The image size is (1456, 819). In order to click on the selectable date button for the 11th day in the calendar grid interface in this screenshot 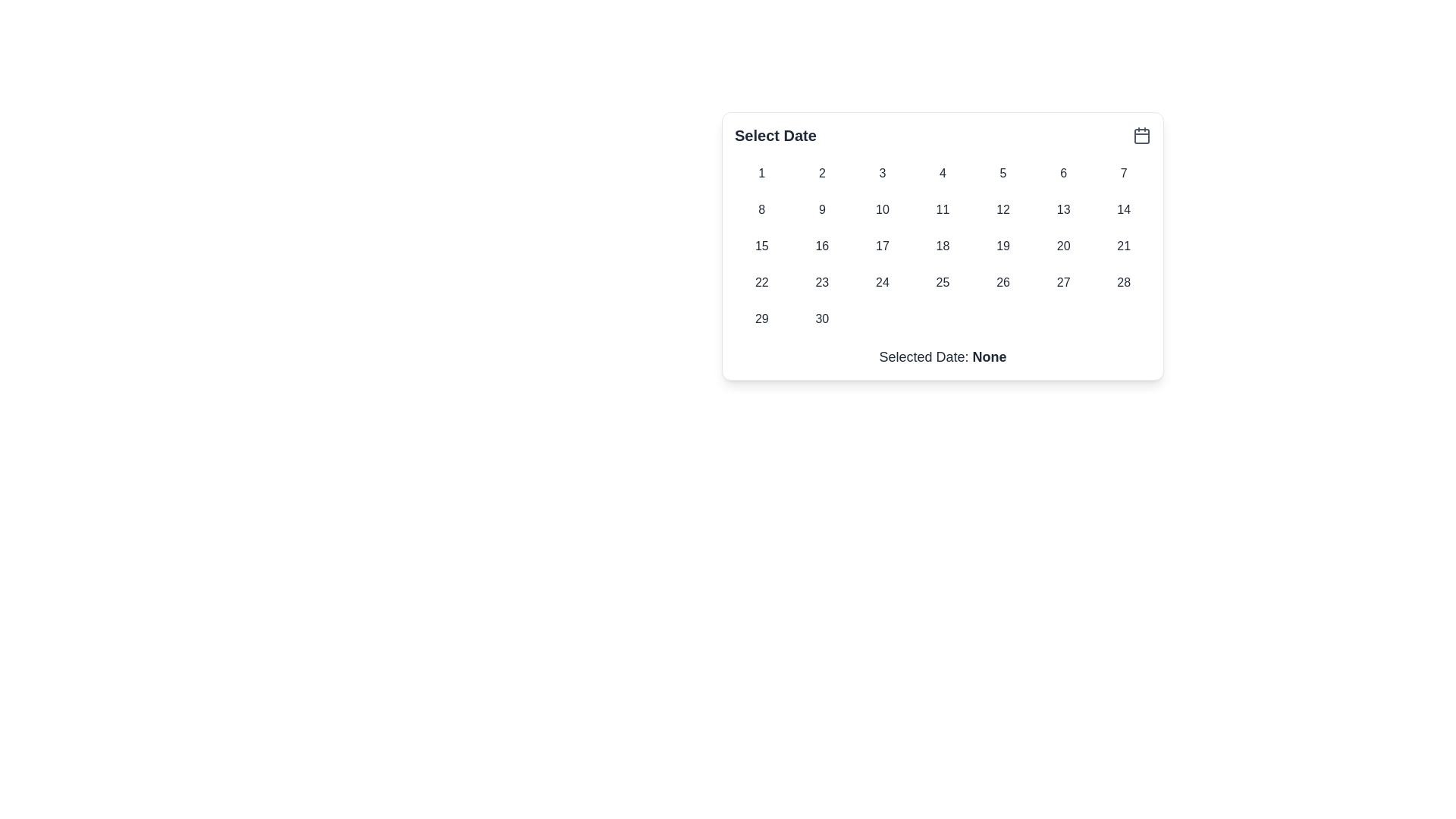, I will do `click(942, 210)`.